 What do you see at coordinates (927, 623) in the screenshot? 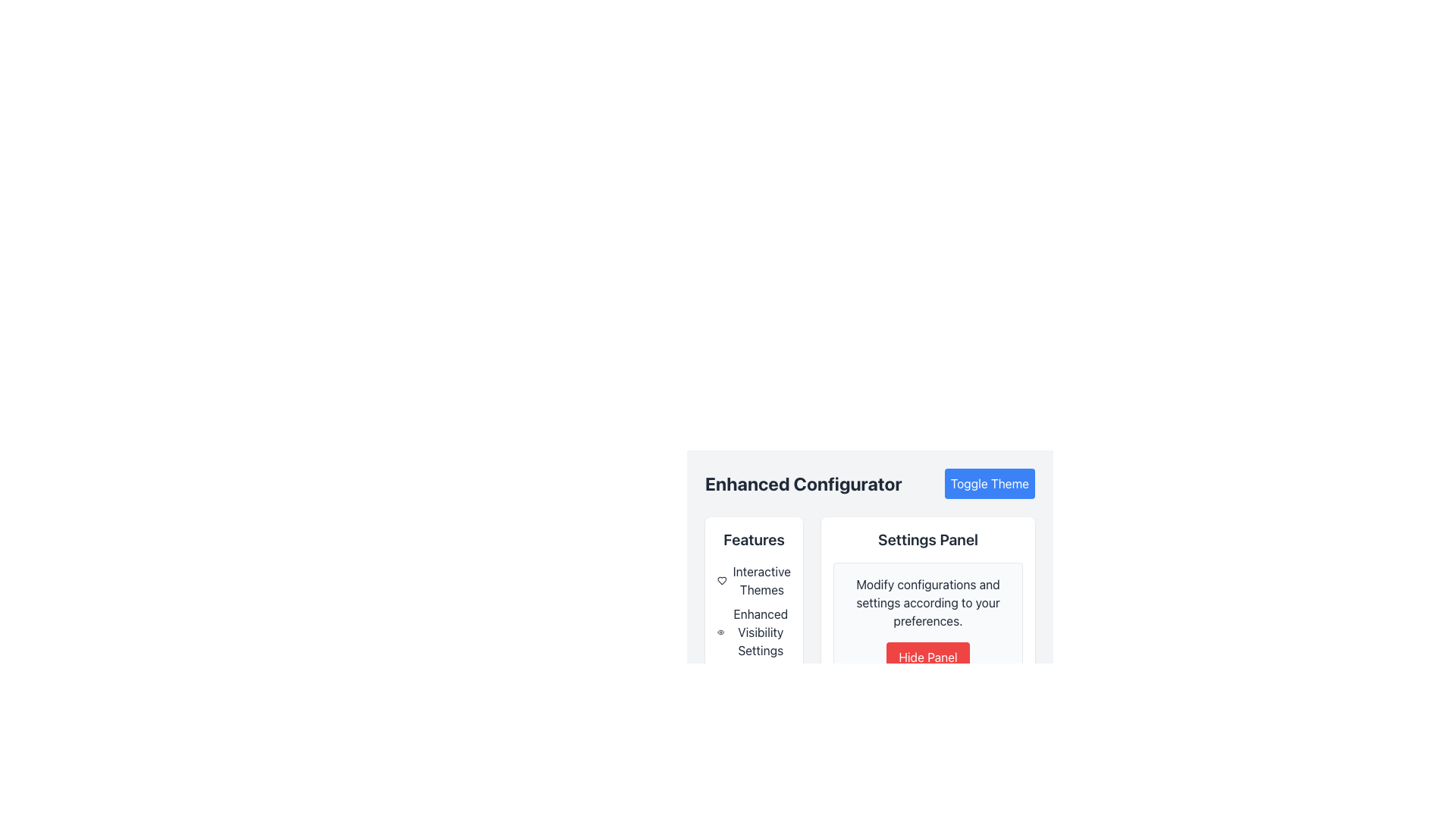
I see `descriptive text within the Settings Panel group, which contains information about configuration settings and a button to hide the panel` at bounding box center [927, 623].